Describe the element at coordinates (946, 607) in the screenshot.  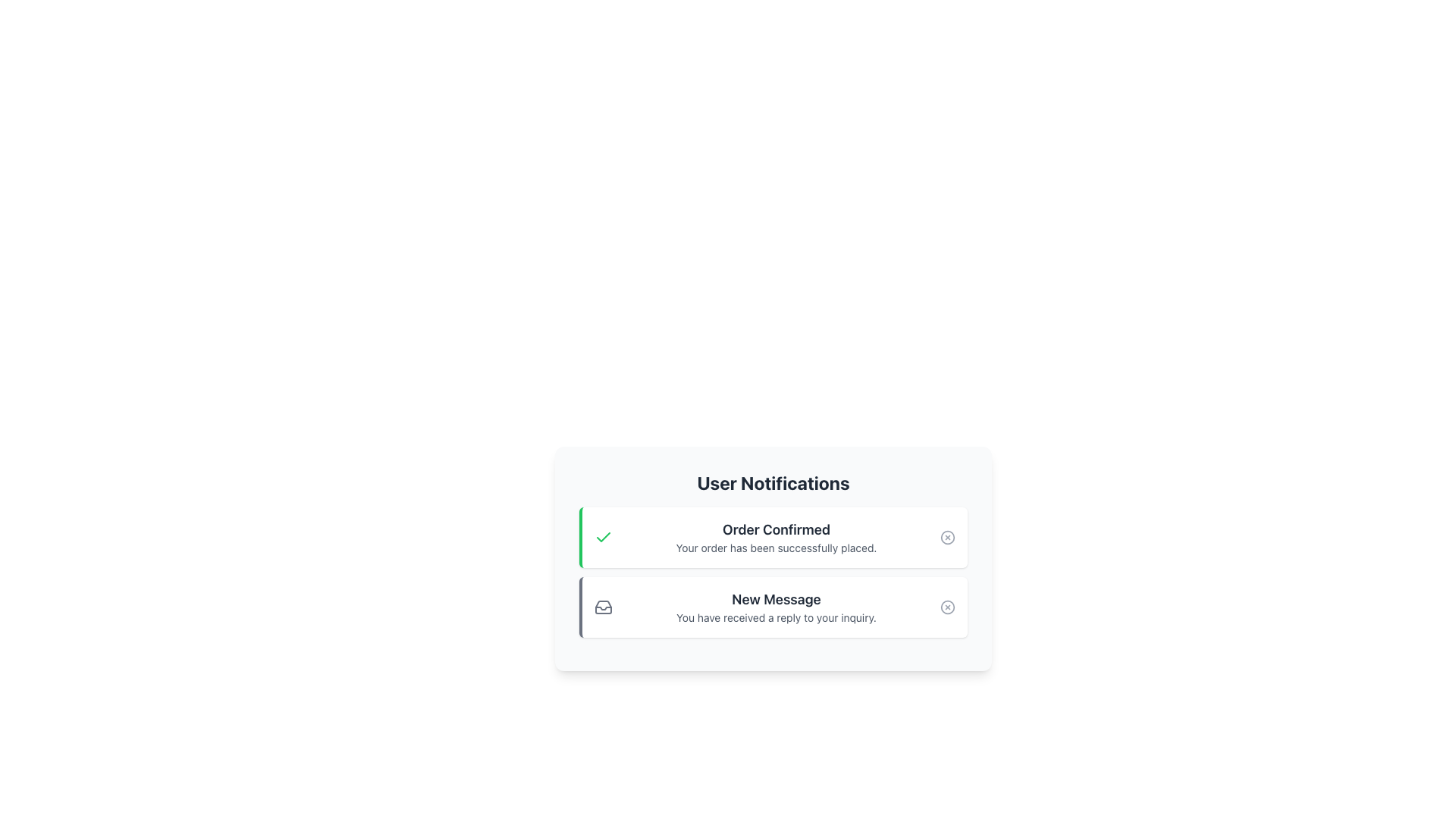
I see `the dismiss button located at the far right end of the 'New Message' notification card` at that location.